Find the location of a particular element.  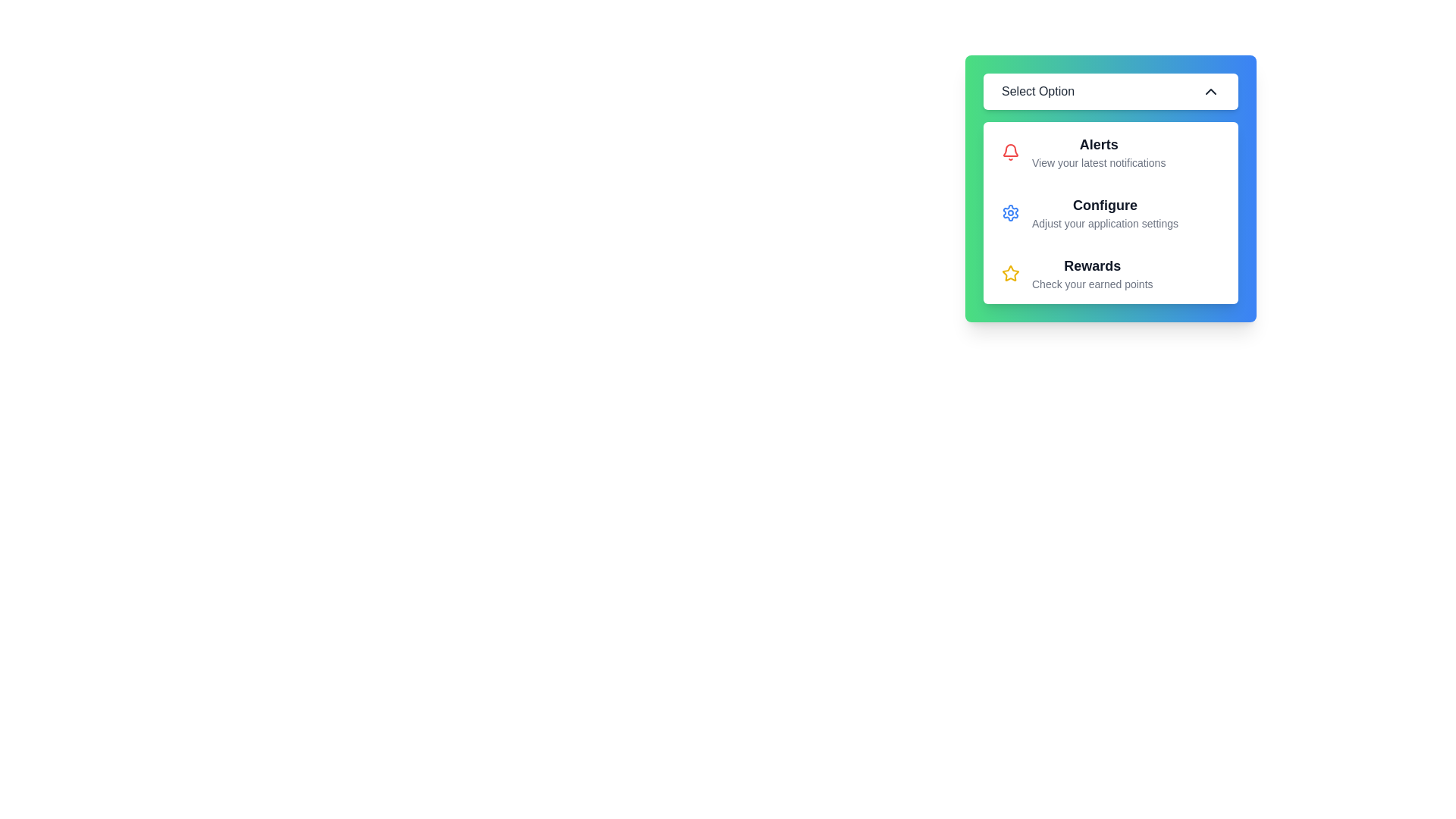

the 'Configure' option in the dropdown menu, which is the second item in the list, featuring a gear icon and the description 'Adjust your application settings.' is located at coordinates (1105, 213).